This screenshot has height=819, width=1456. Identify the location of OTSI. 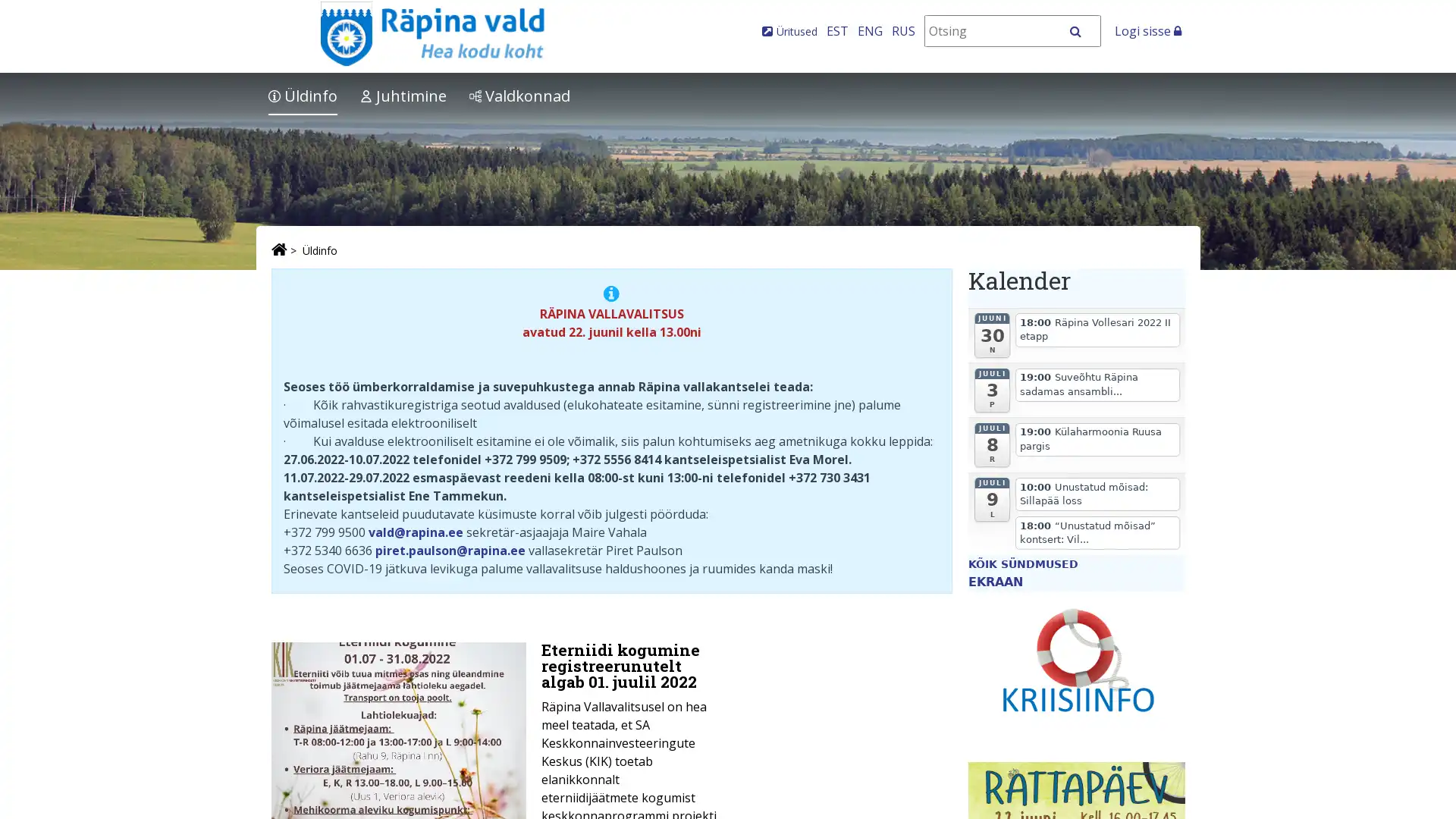
(1083, 31).